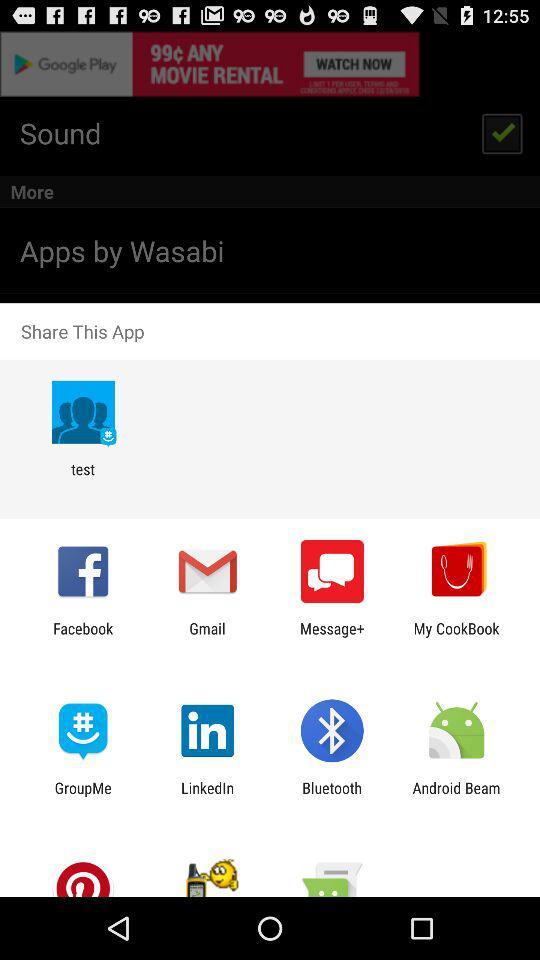  I want to click on the app to the right of the linkedin icon, so click(332, 796).